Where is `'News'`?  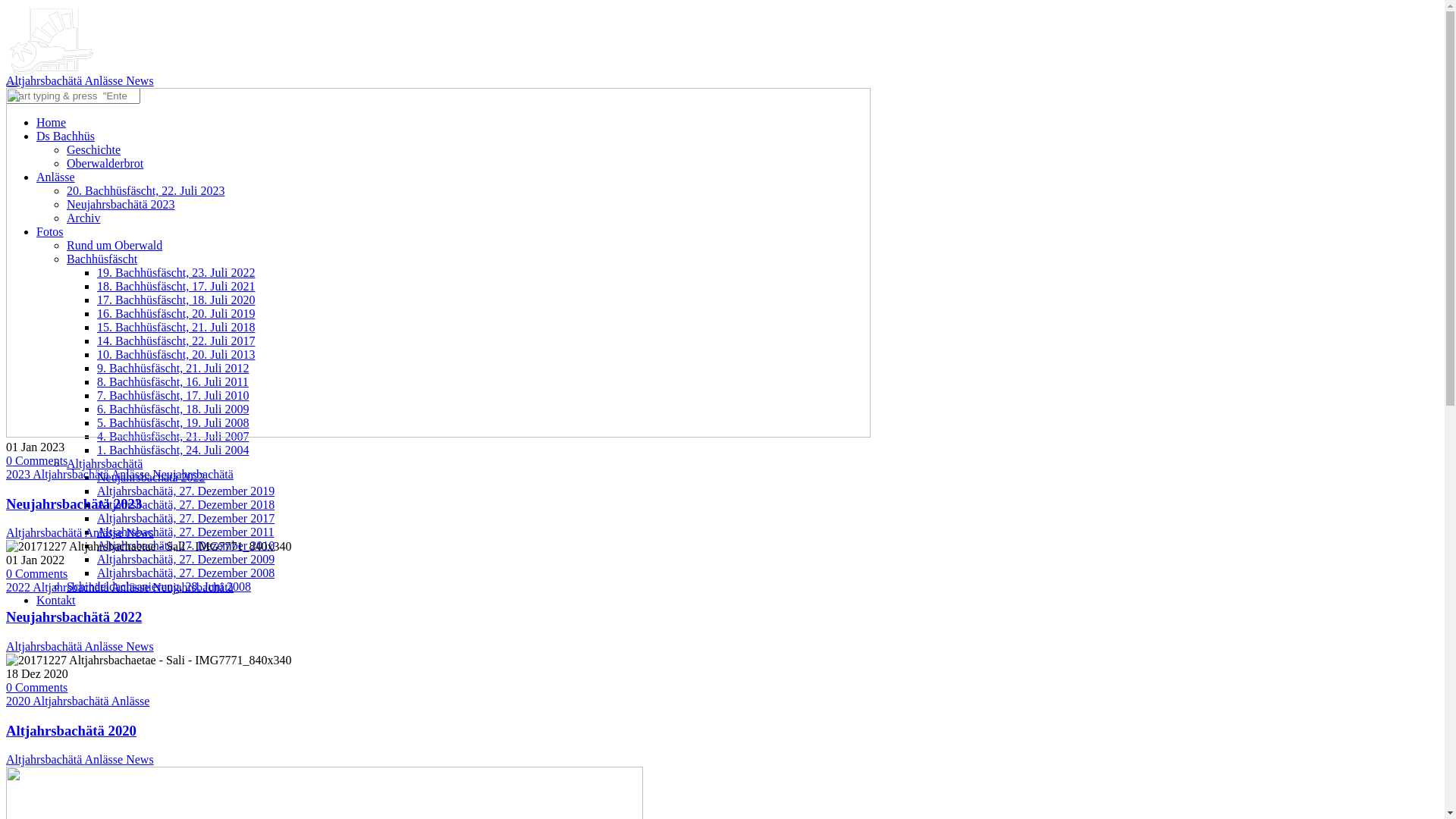 'News' is located at coordinates (139, 532).